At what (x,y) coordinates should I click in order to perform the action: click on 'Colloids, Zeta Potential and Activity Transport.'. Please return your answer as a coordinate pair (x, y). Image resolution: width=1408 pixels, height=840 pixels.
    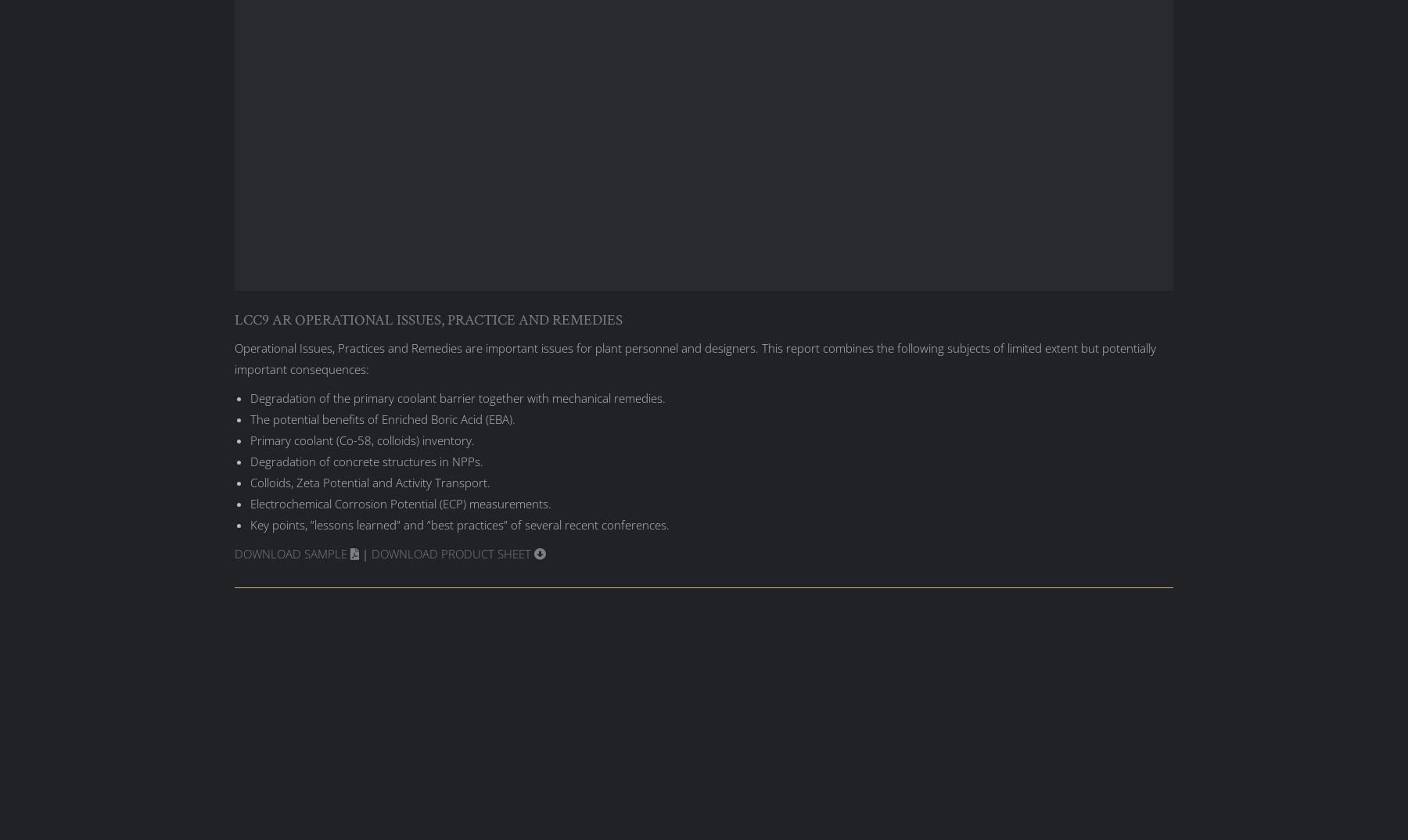
    Looking at the image, I should click on (369, 482).